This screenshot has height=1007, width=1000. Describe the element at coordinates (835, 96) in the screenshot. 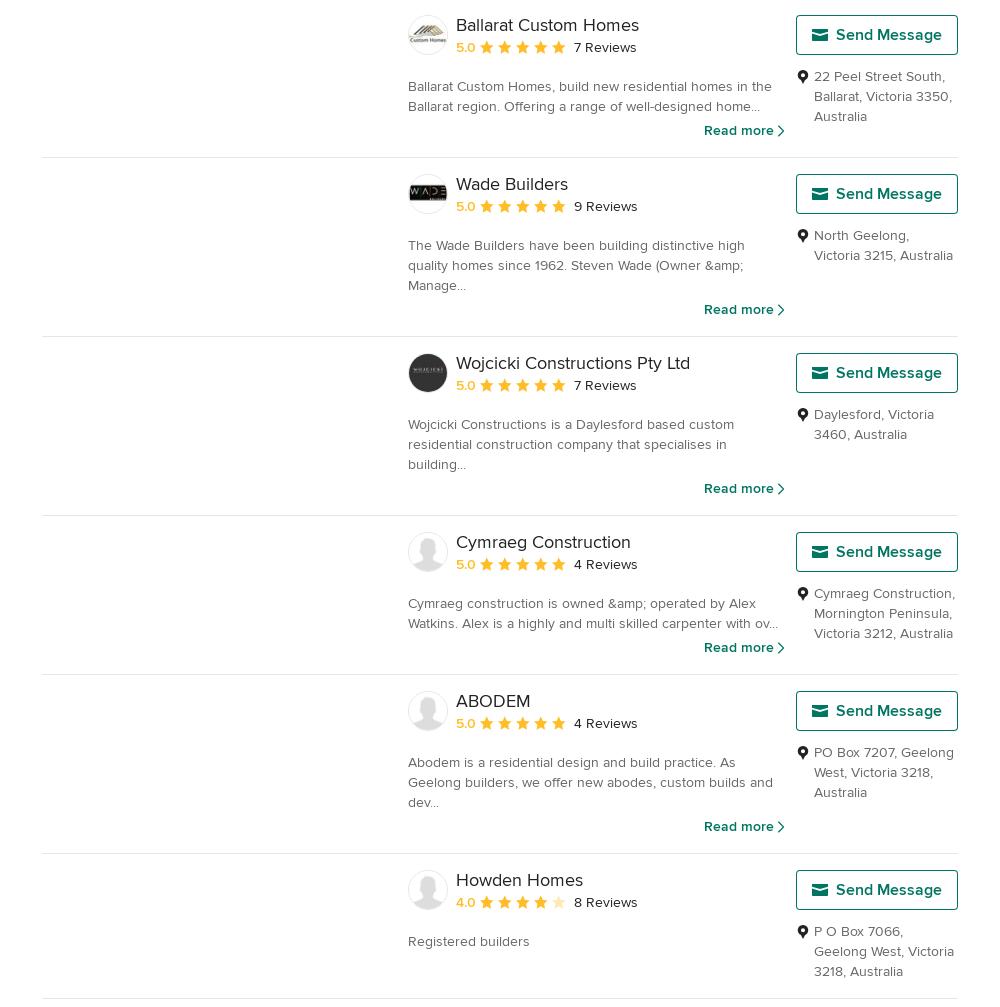

I see `'Ballarat'` at that location.